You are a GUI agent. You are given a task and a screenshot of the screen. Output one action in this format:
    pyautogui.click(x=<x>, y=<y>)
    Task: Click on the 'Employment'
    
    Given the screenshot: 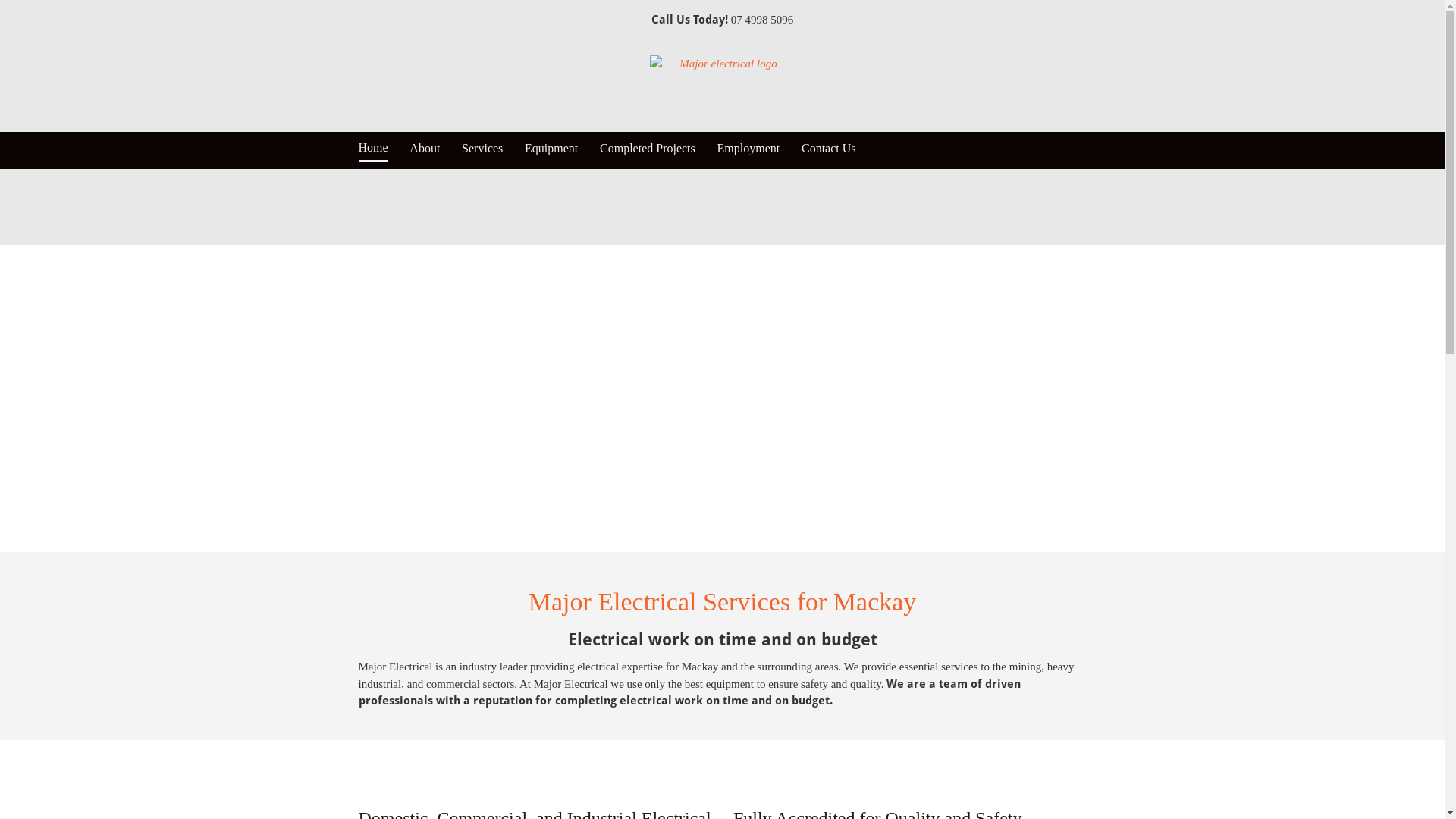 What is the action you would take?
    pyautogui.click(x=748, y=149)
    